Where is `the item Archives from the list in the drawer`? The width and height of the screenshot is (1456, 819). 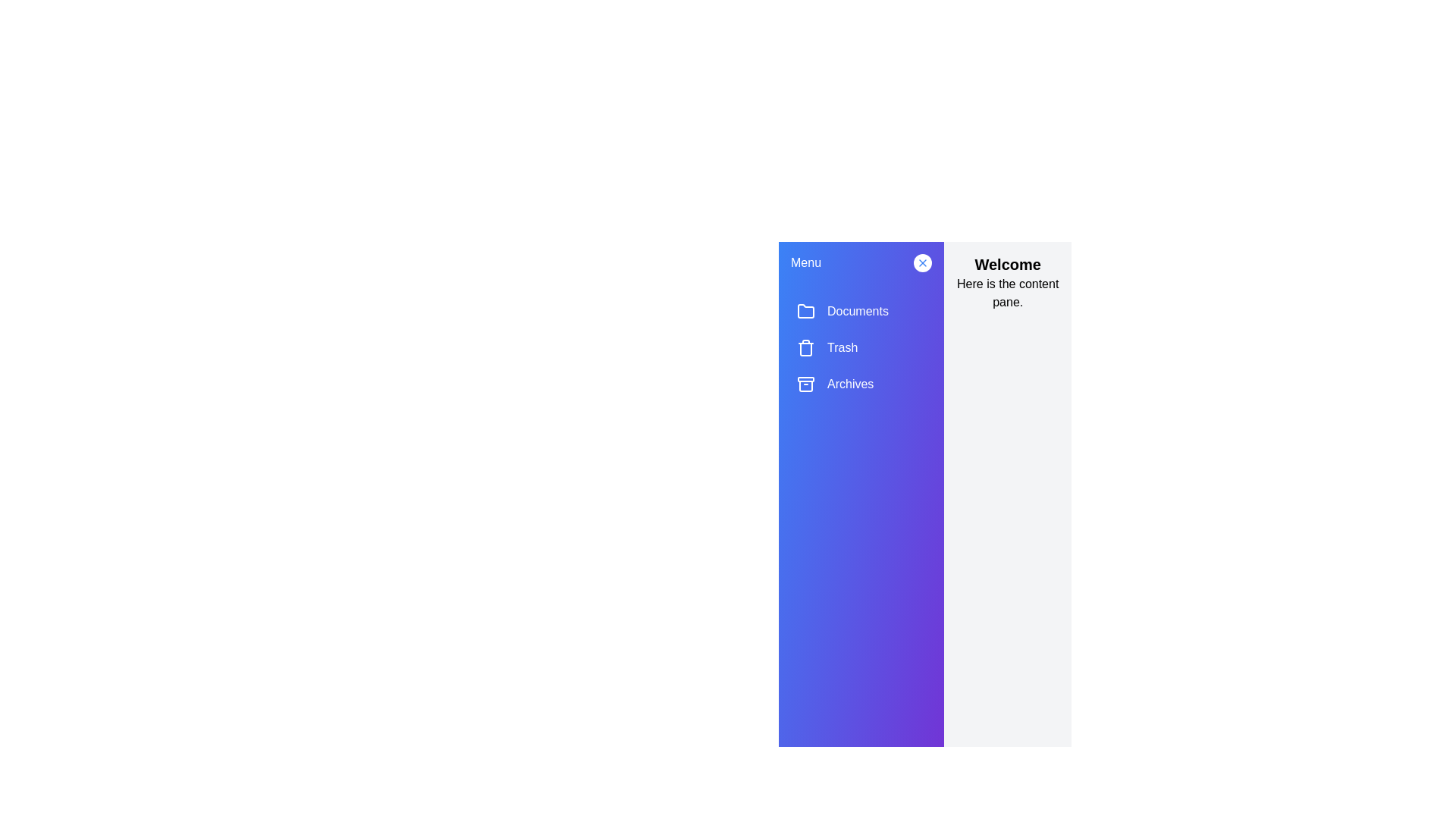
the item Archives from the list in the drawer is located at coordinates (861, 383).